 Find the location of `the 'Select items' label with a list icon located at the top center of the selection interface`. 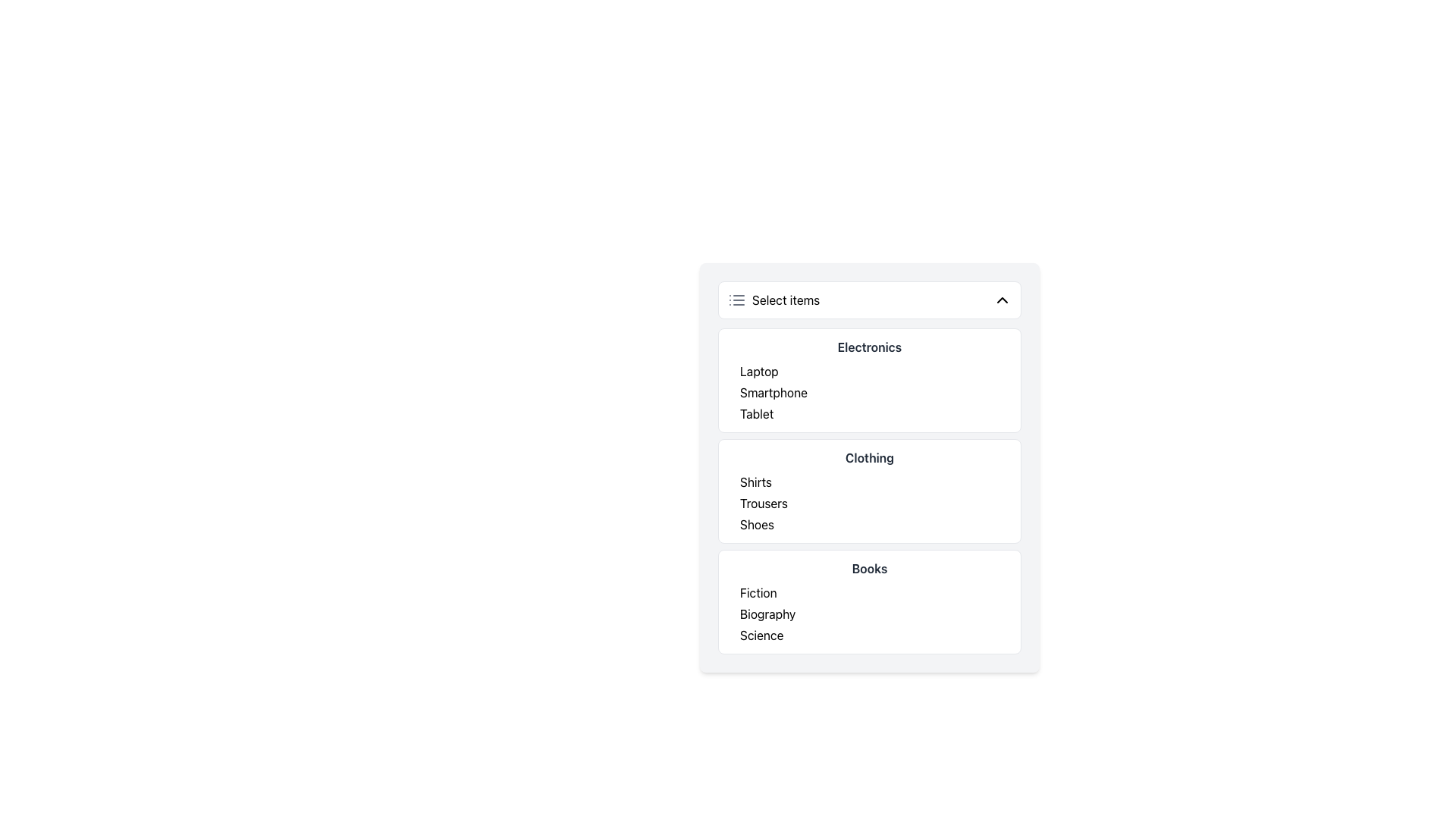

the 'Select items' label with a list icon located at the top center of the selection interface is located at coordinates (773, 300).